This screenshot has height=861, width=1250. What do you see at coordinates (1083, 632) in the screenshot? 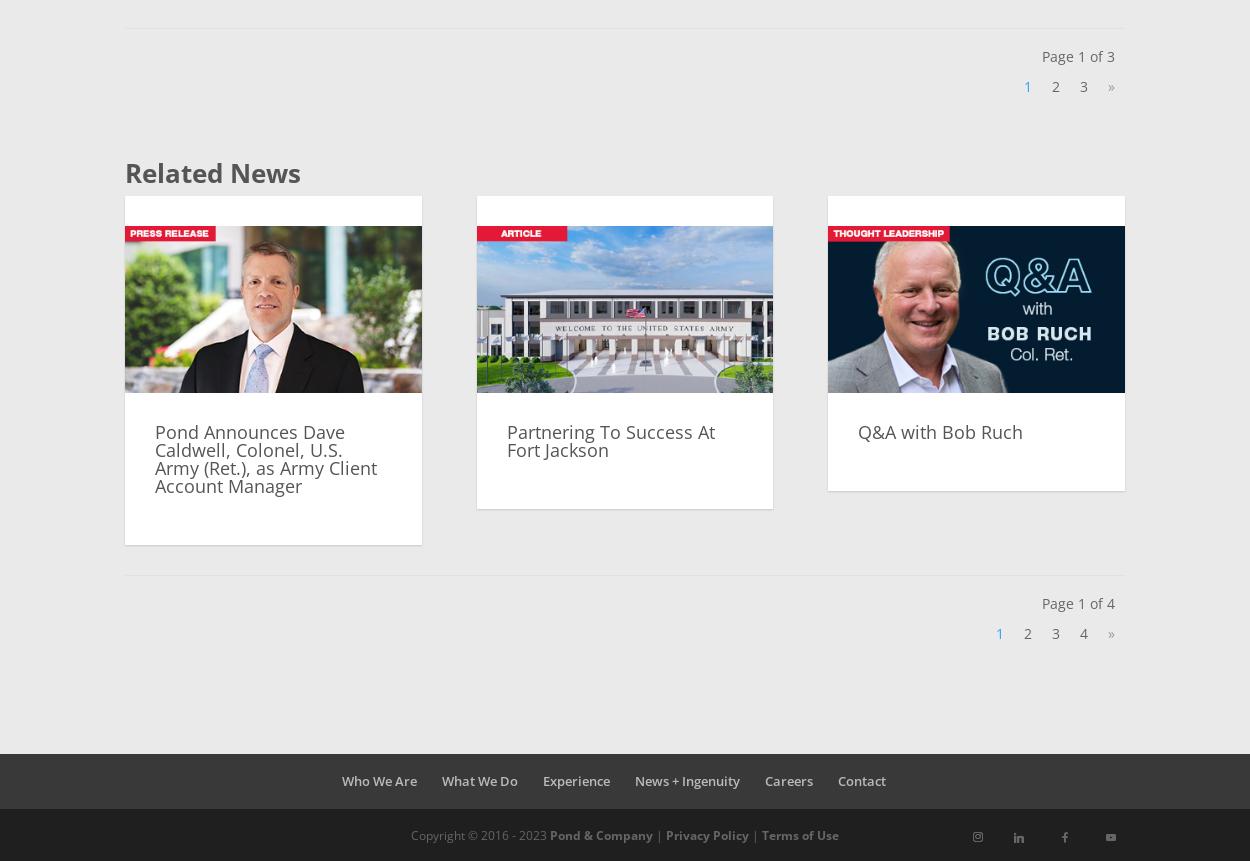
I see `'4'` at bounding box center [1083, 632].